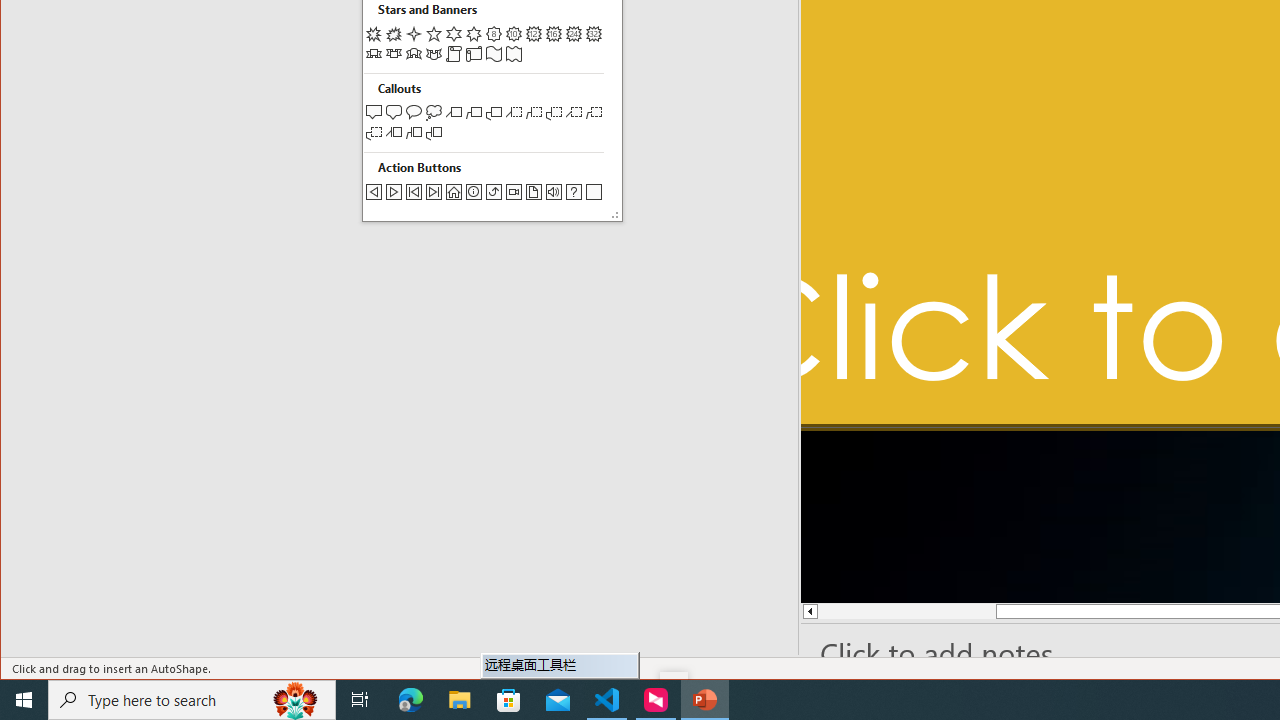 This screenshot has height=720, width=1280. I want to click on 'Type here to search', so click(192, 698).